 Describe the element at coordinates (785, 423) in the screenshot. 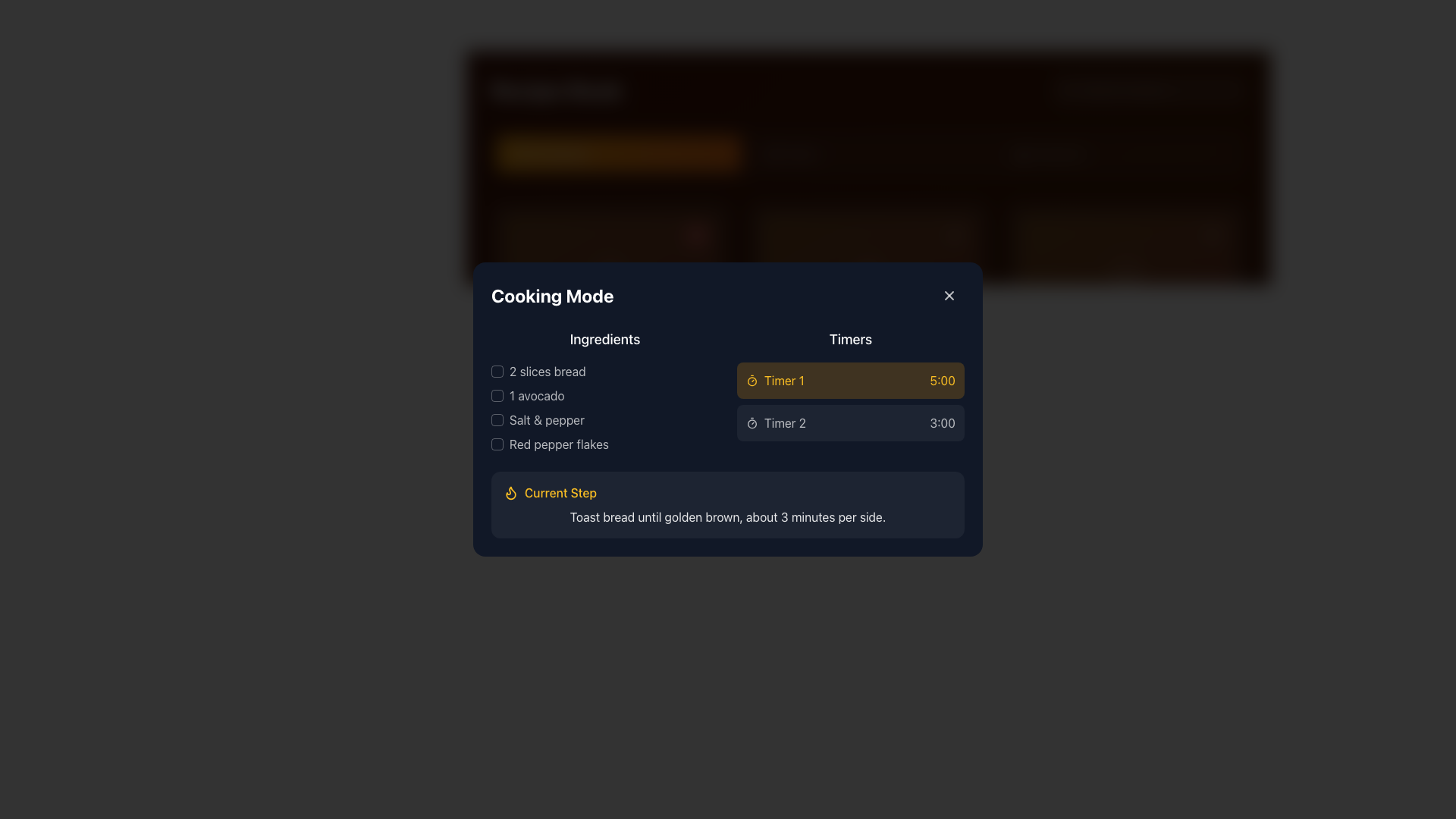

I see `the 'Timer 2' label, which is styled in bold font on a dark blue background within the 'Timers' section of a modal interface` at that location.